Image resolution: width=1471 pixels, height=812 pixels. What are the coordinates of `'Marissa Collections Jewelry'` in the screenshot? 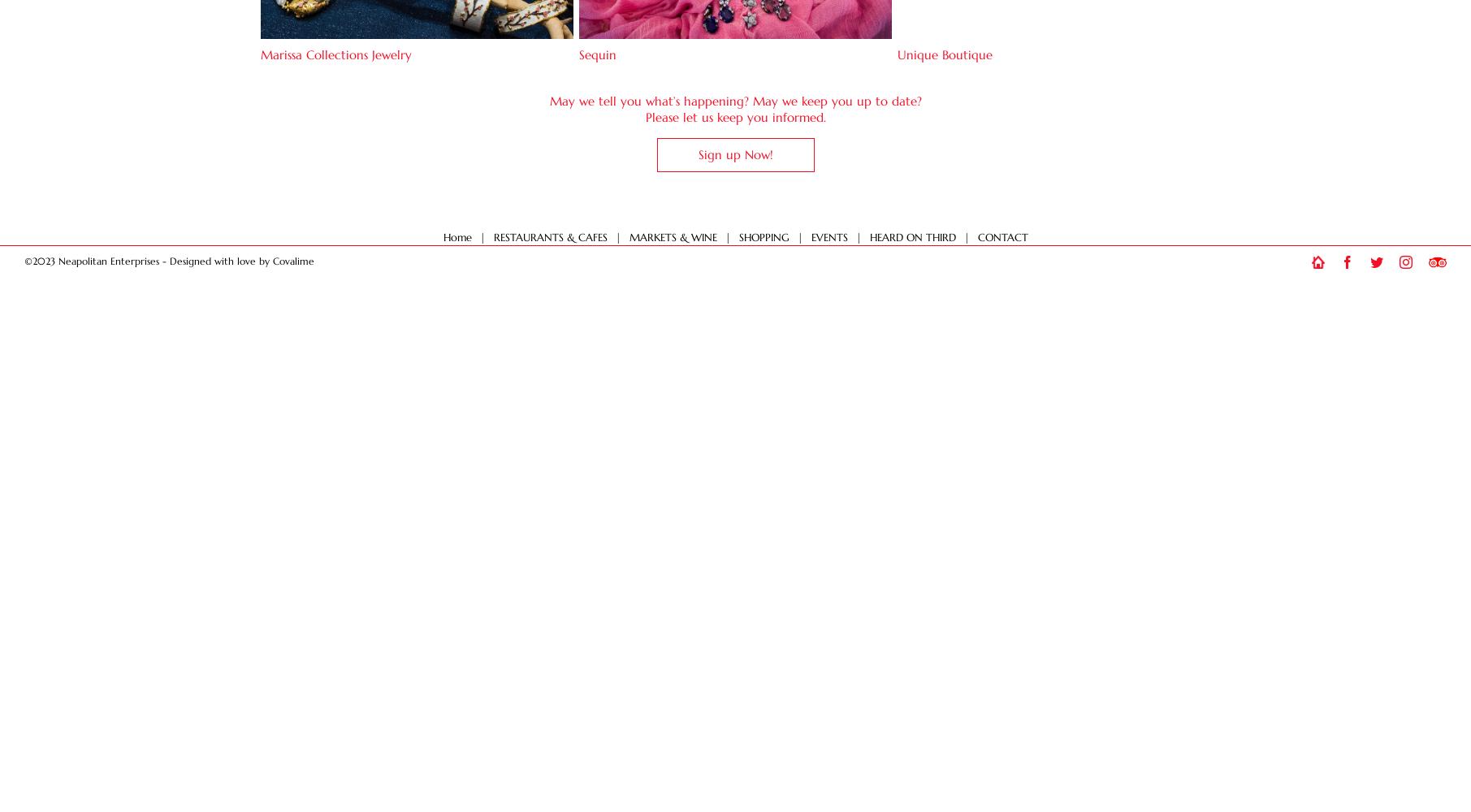 It's located at (335, 54).